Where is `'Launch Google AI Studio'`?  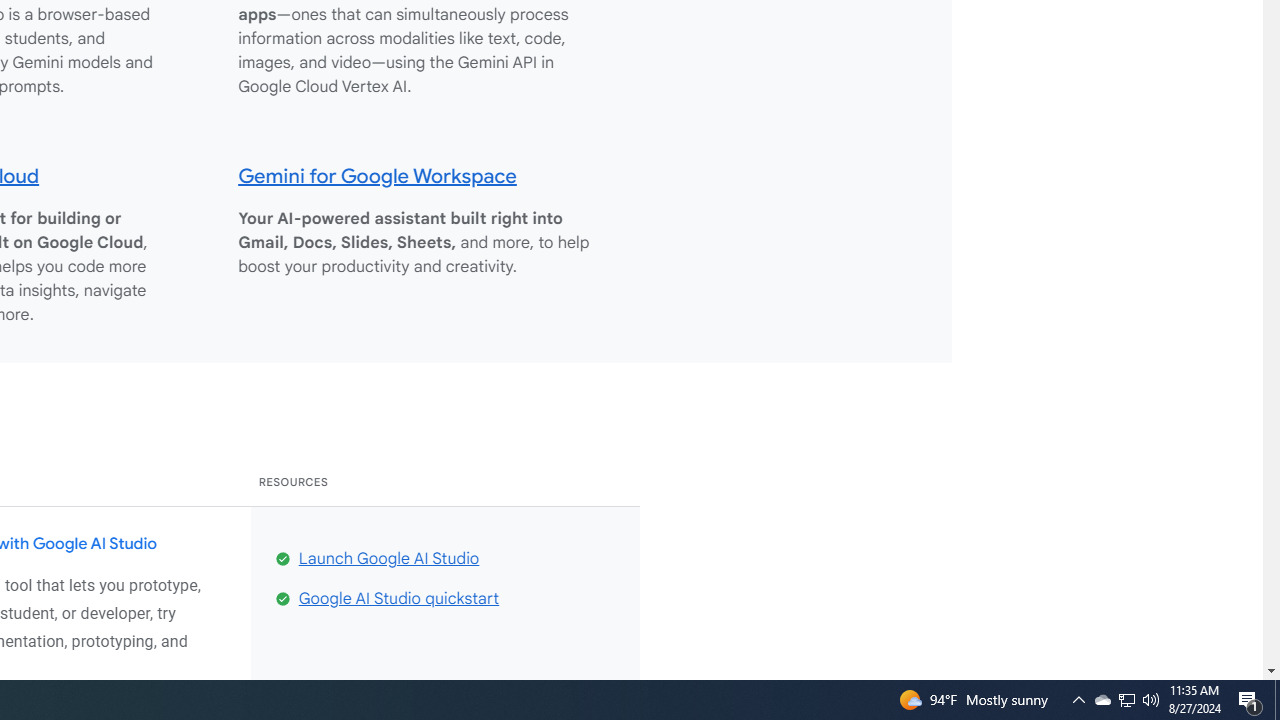 'Launch Google AI Studio' is located at coordinates (389, 558).